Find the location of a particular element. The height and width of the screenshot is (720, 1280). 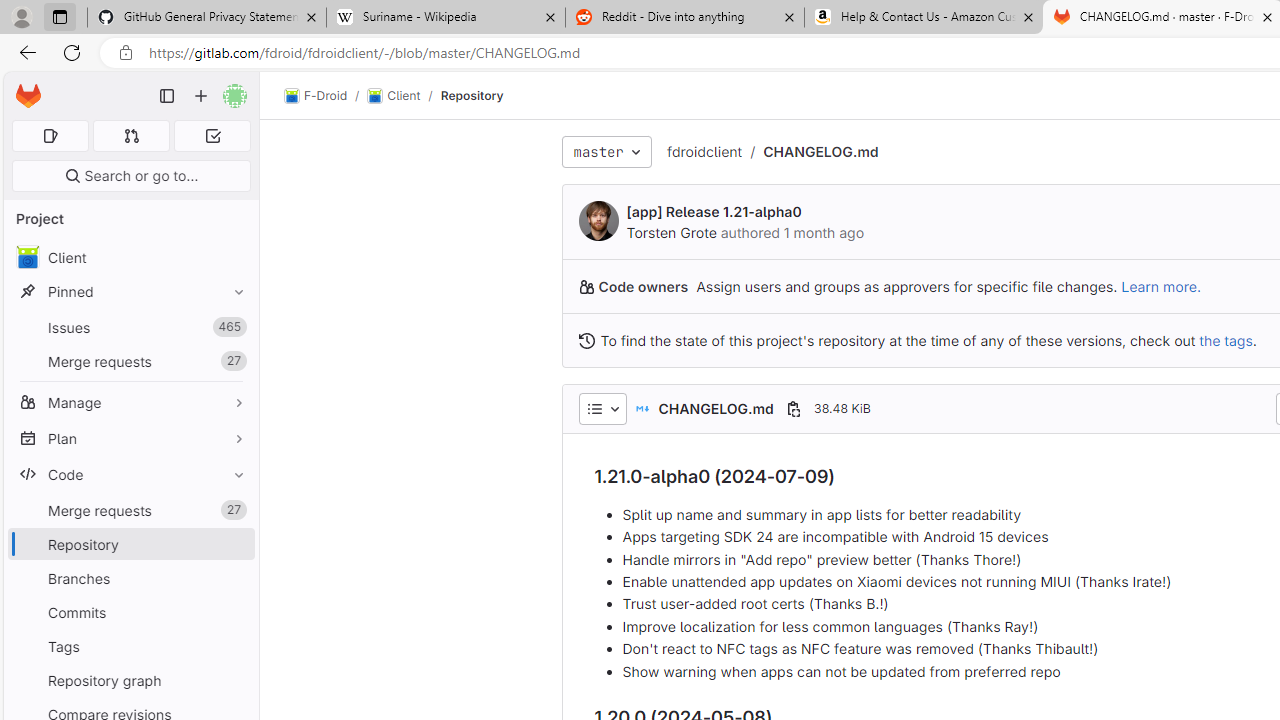

'Merge requests 27' is located at coordinates (130, 509).